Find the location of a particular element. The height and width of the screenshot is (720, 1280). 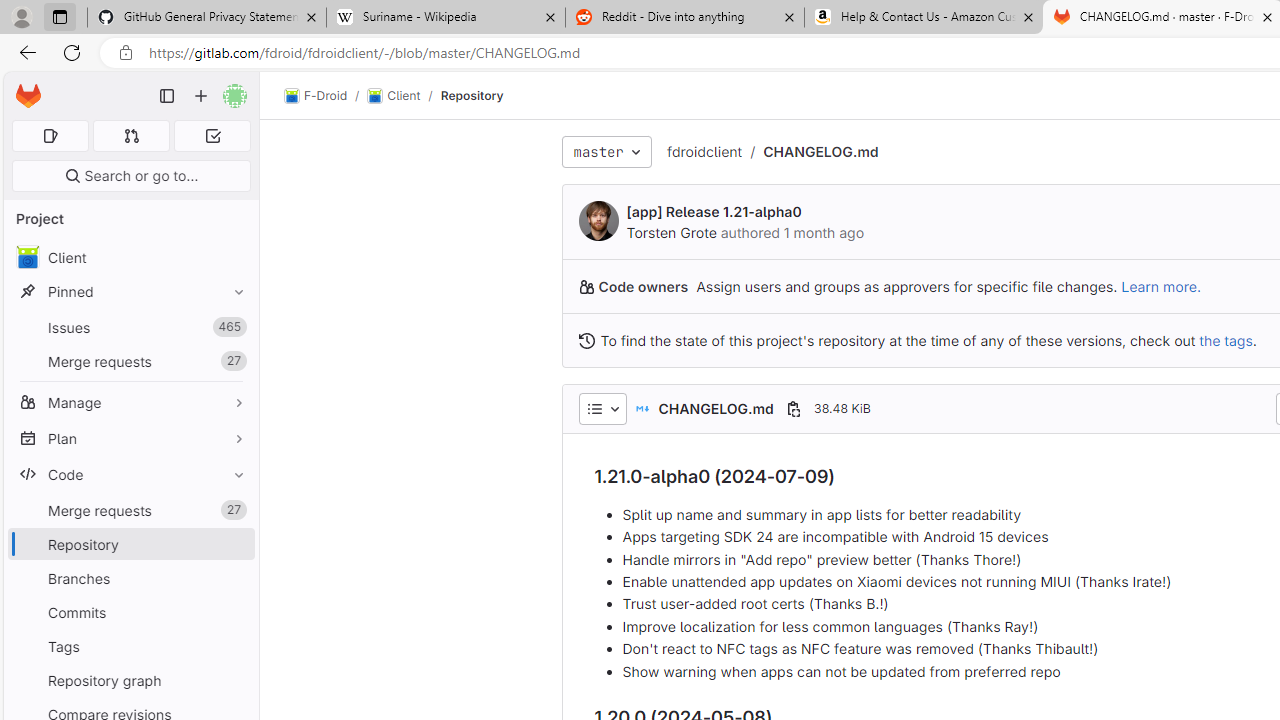

'Merge requests 27' is located at coordinates (130, 509).